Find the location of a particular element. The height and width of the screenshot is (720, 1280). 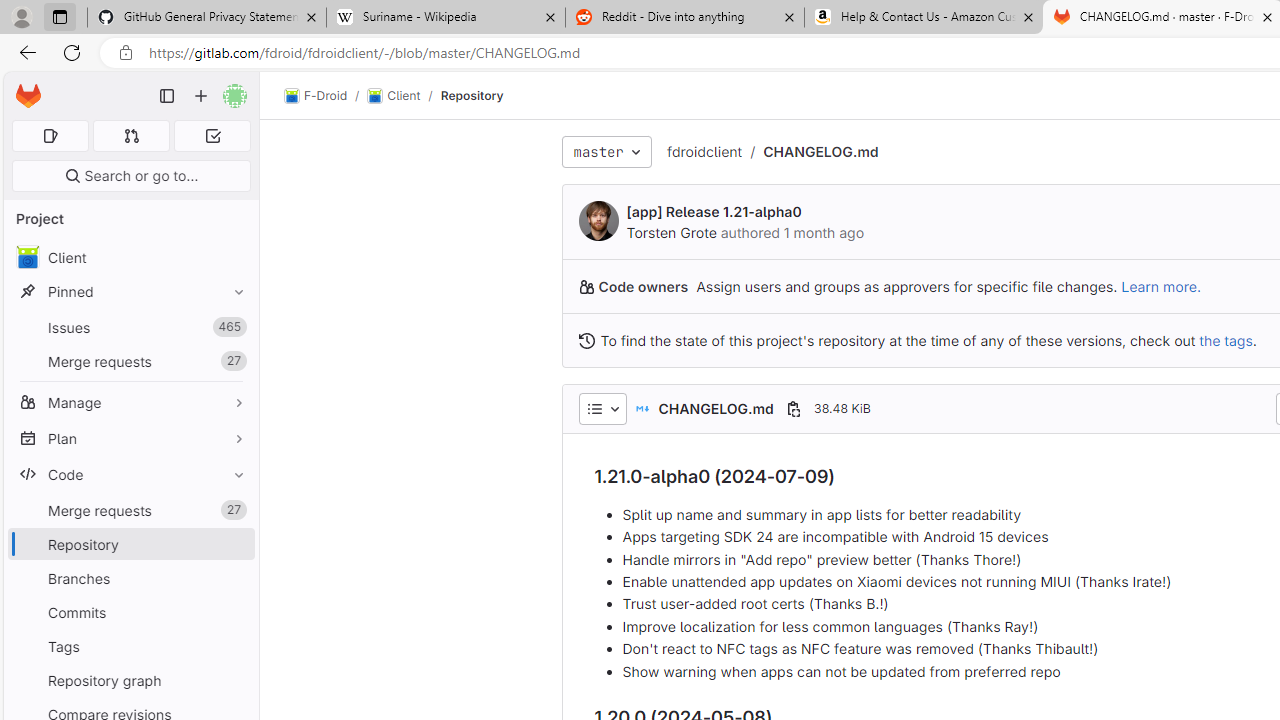

'Merge requests 27' is located at coordinates (130, 509).